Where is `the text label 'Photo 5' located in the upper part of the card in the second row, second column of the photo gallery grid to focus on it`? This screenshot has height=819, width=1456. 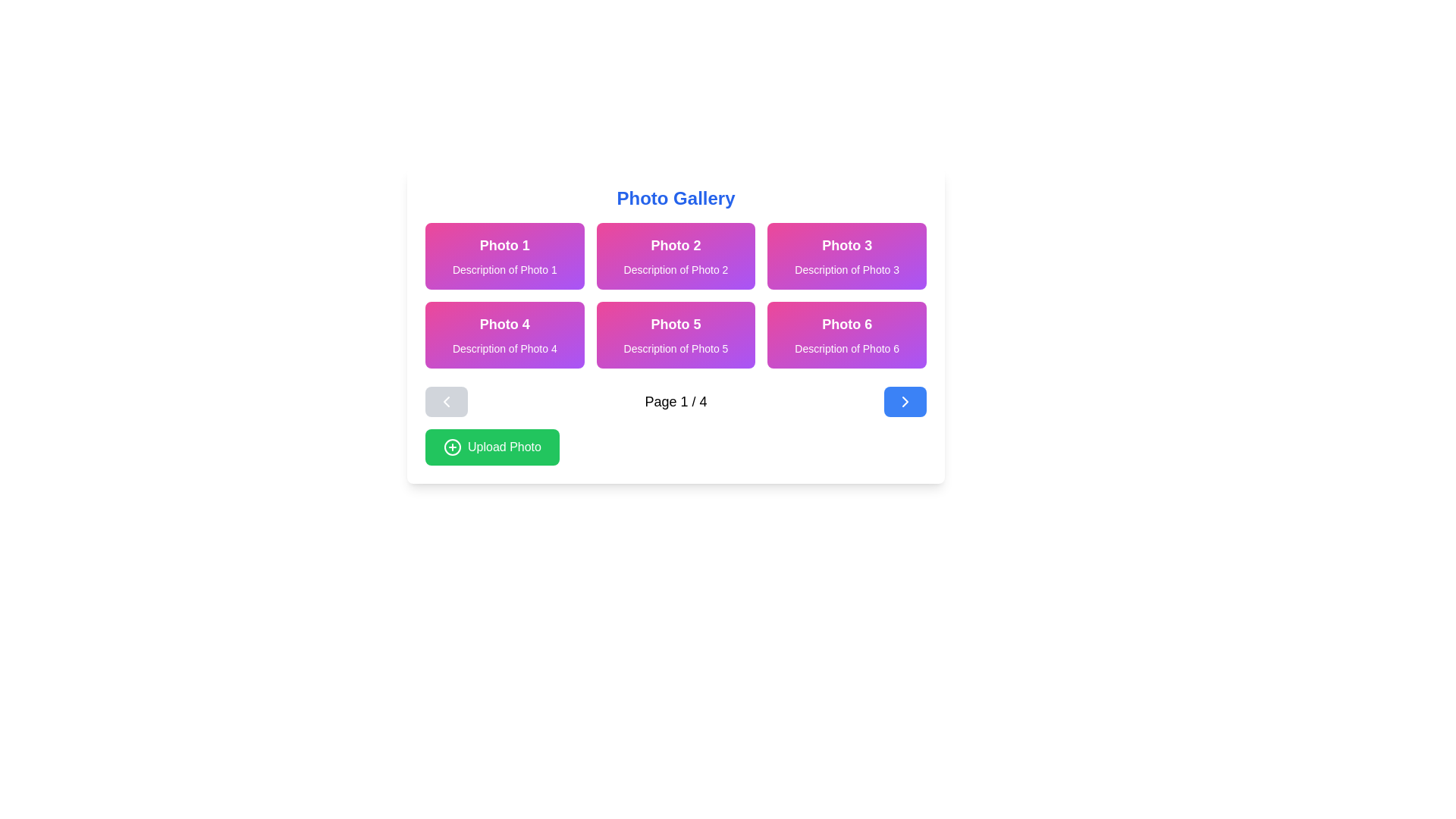
the text label 'Photo 5' located in the upper part of the card in the second row, second column of the photo gallery grid to focus on it is located at coordinates (675, 324).